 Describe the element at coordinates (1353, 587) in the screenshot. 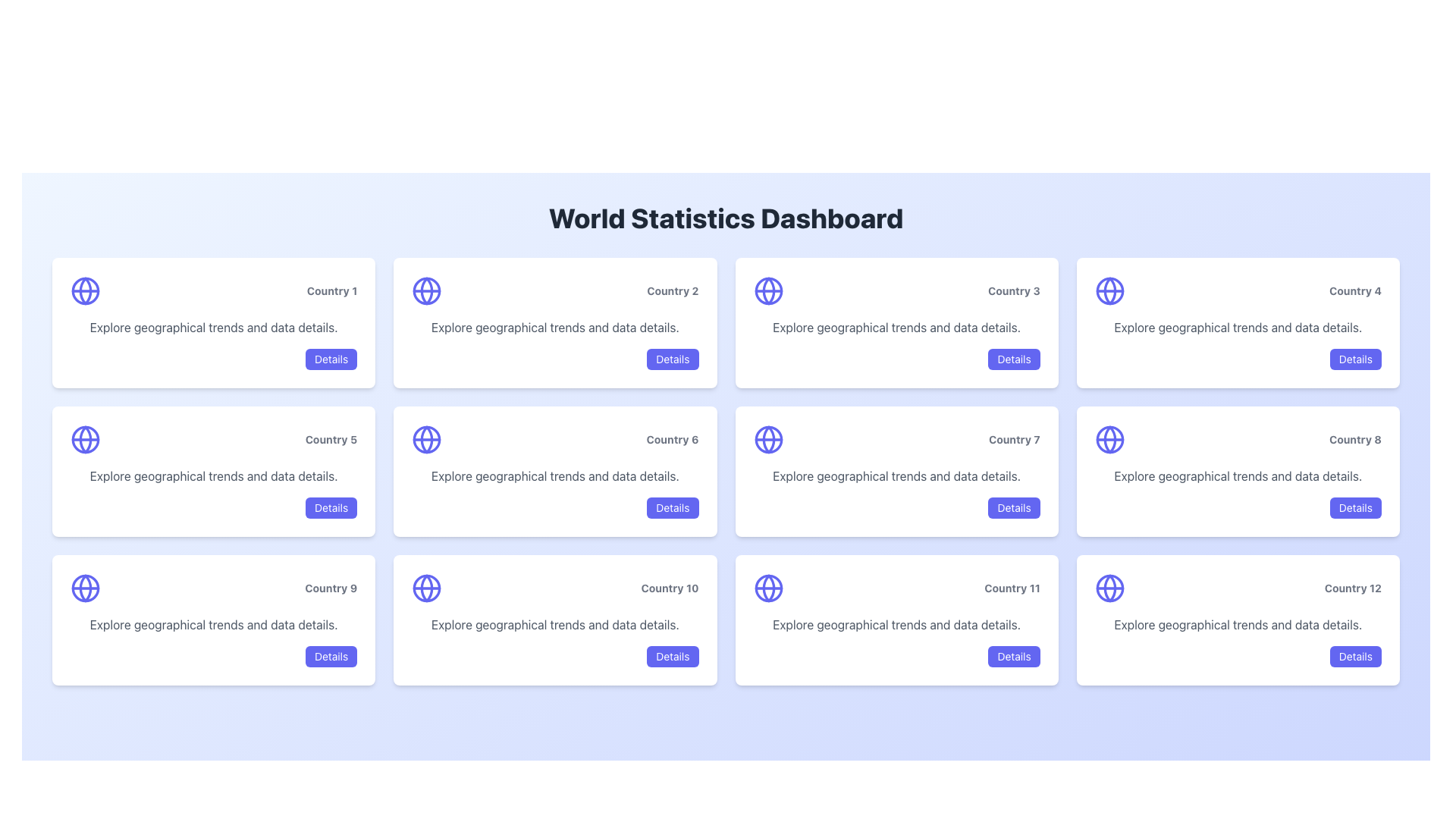

I see `the static text label indicating the name or identifier of the country, located in the last card at the bottom-right corner of the grid layout, to the right of the globe icon and above the 'Details' button` at that location.